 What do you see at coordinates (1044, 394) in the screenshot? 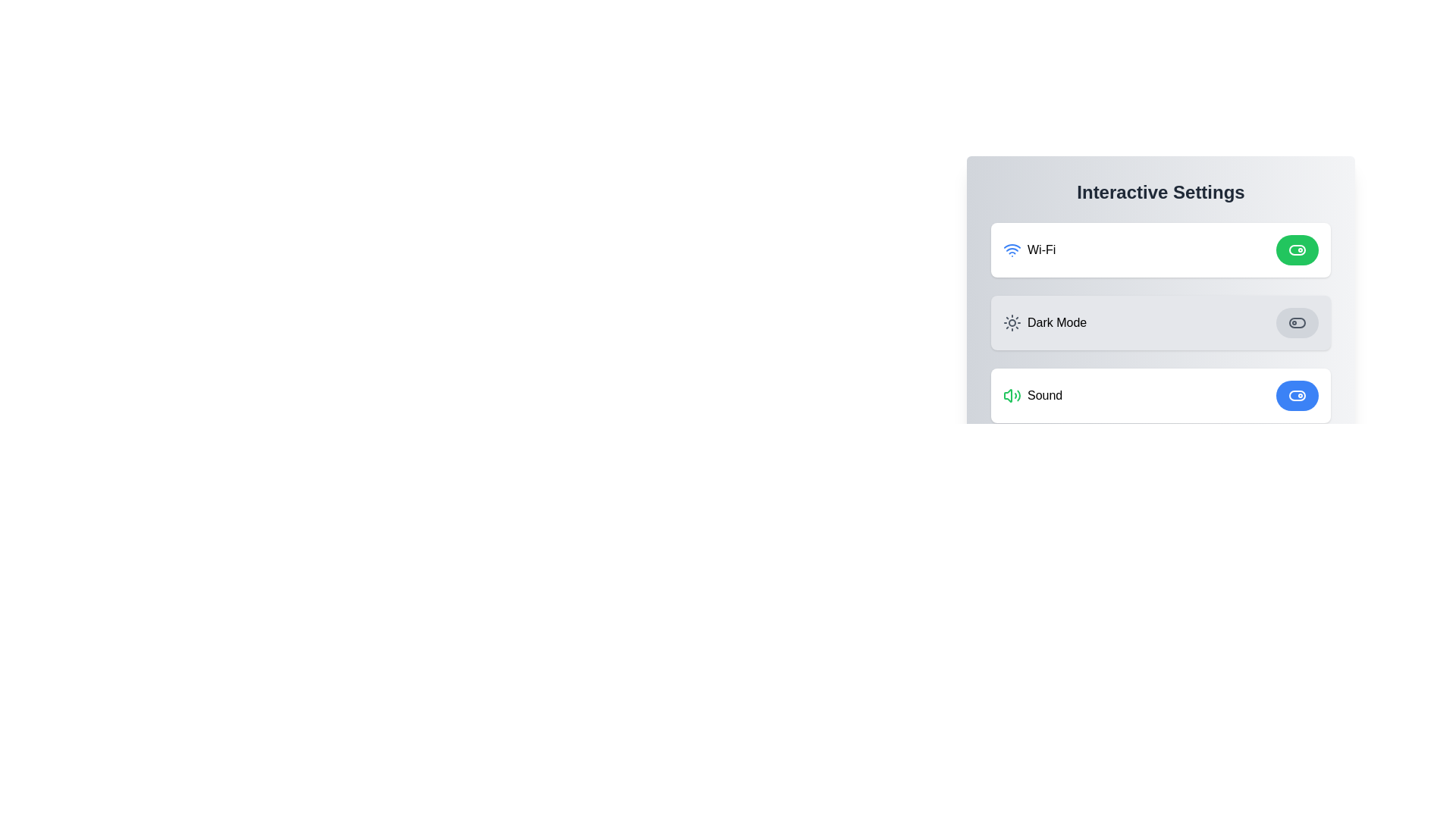
I see `the 'Sound' text label in the 'Interactive Settings' section, which is located between a green sound icon and a toggle button` at bounding box center [1044, 394].